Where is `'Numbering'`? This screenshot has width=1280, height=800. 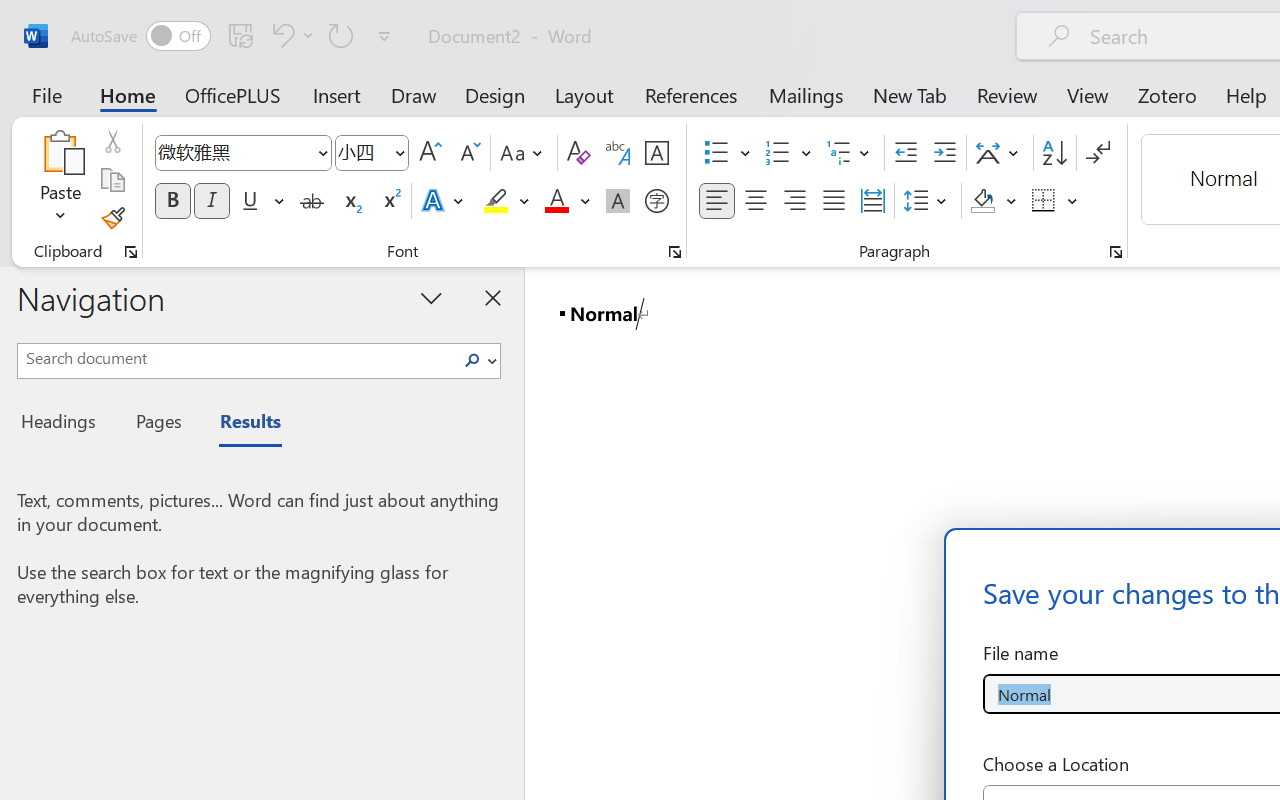 'Numbering' is located at coordinates (777, 153).